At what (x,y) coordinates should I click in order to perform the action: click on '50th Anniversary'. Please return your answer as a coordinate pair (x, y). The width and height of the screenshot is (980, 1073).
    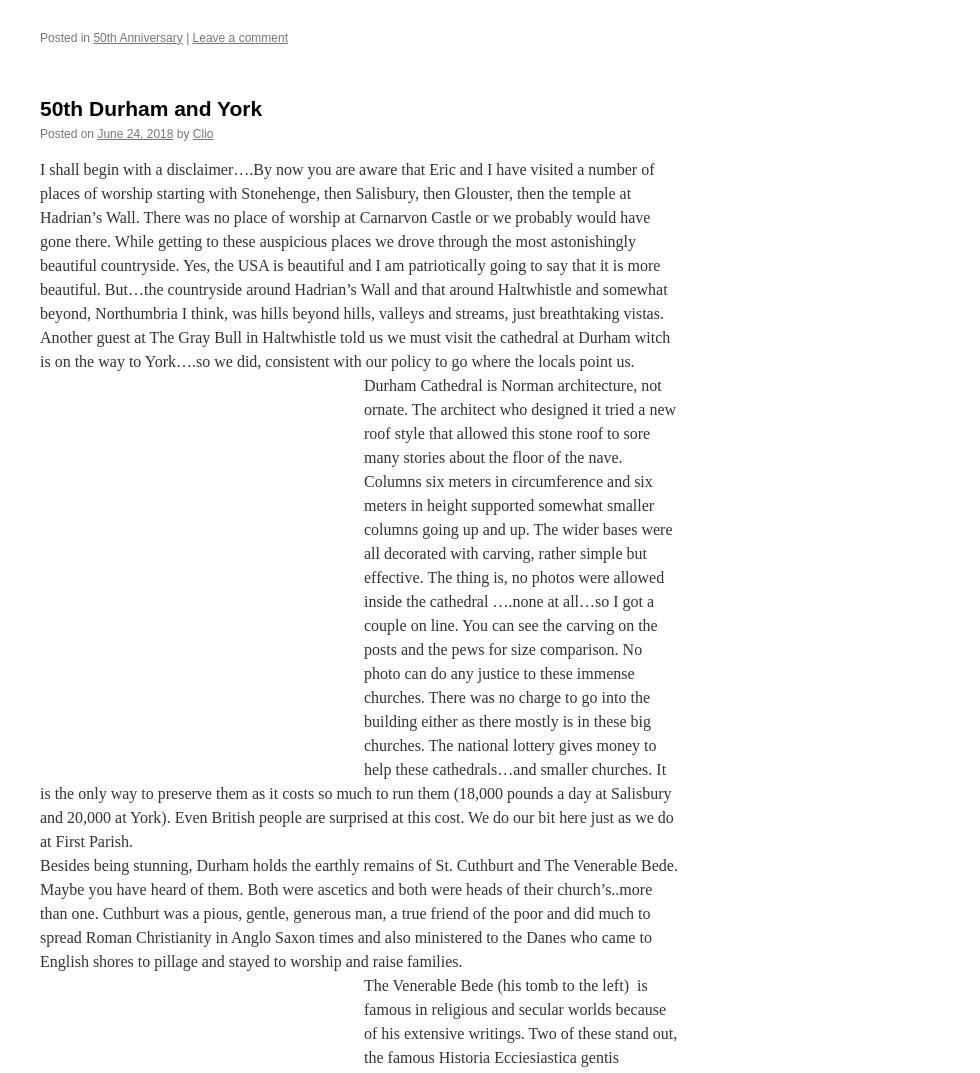
    Looking at the image, I should click on (137, 36).